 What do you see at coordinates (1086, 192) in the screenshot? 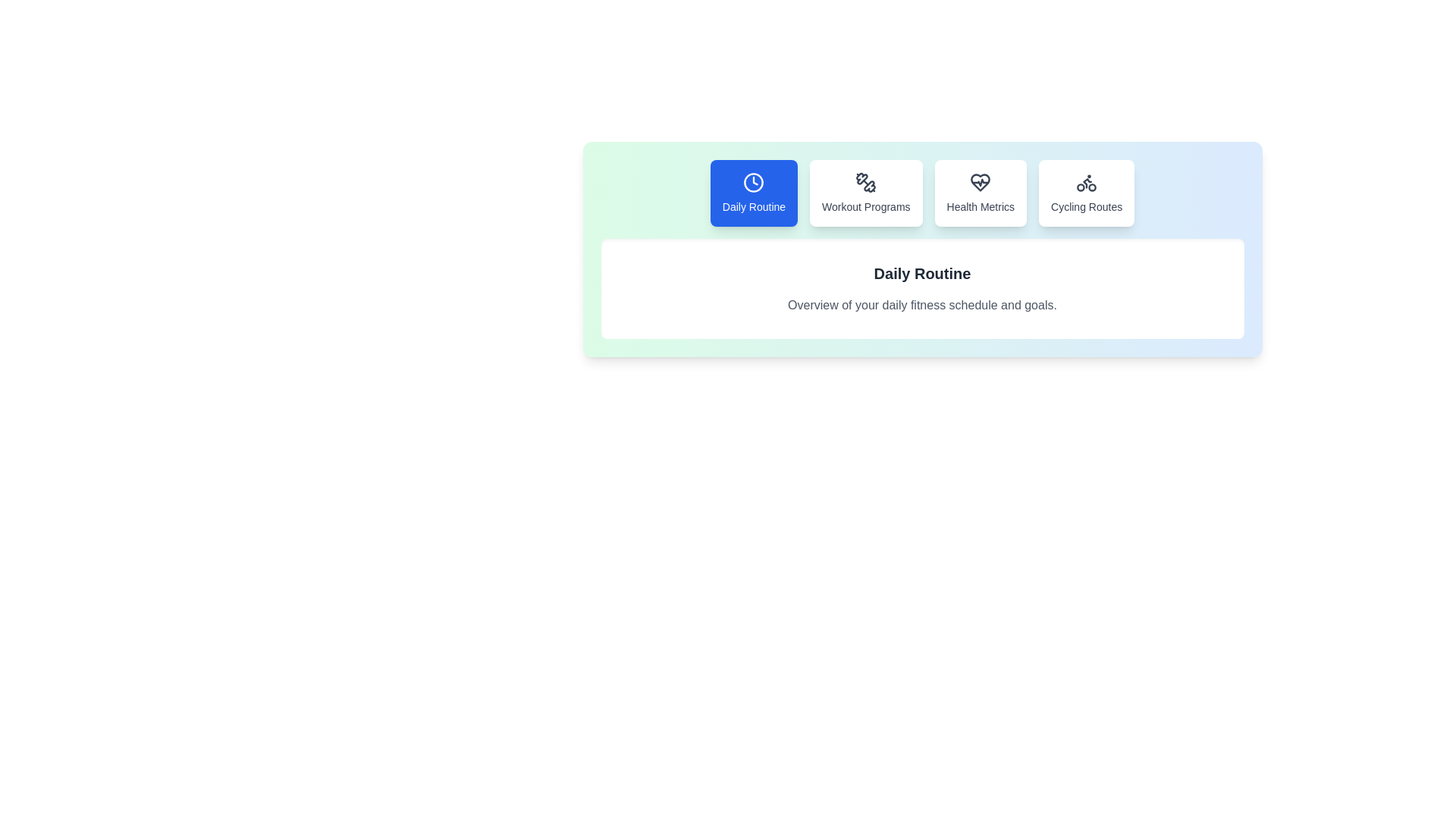
I see `the tab button labeled Cycling Routes` at bounding box center [1086, 192].